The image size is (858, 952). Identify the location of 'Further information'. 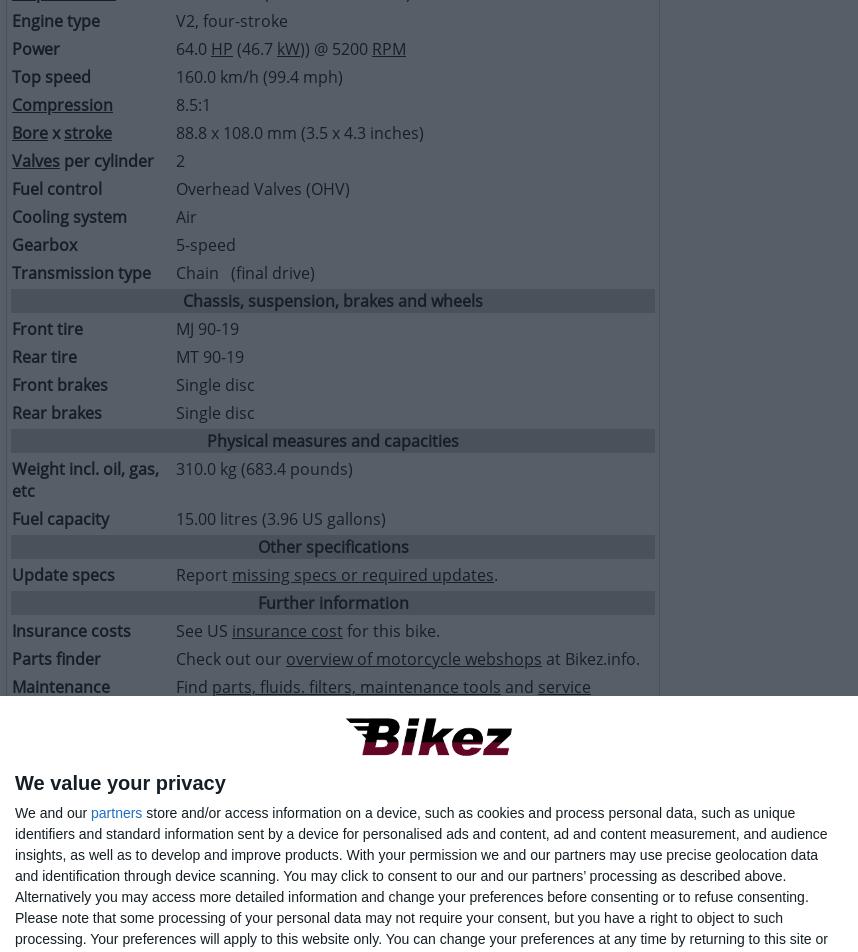
(331, 602).